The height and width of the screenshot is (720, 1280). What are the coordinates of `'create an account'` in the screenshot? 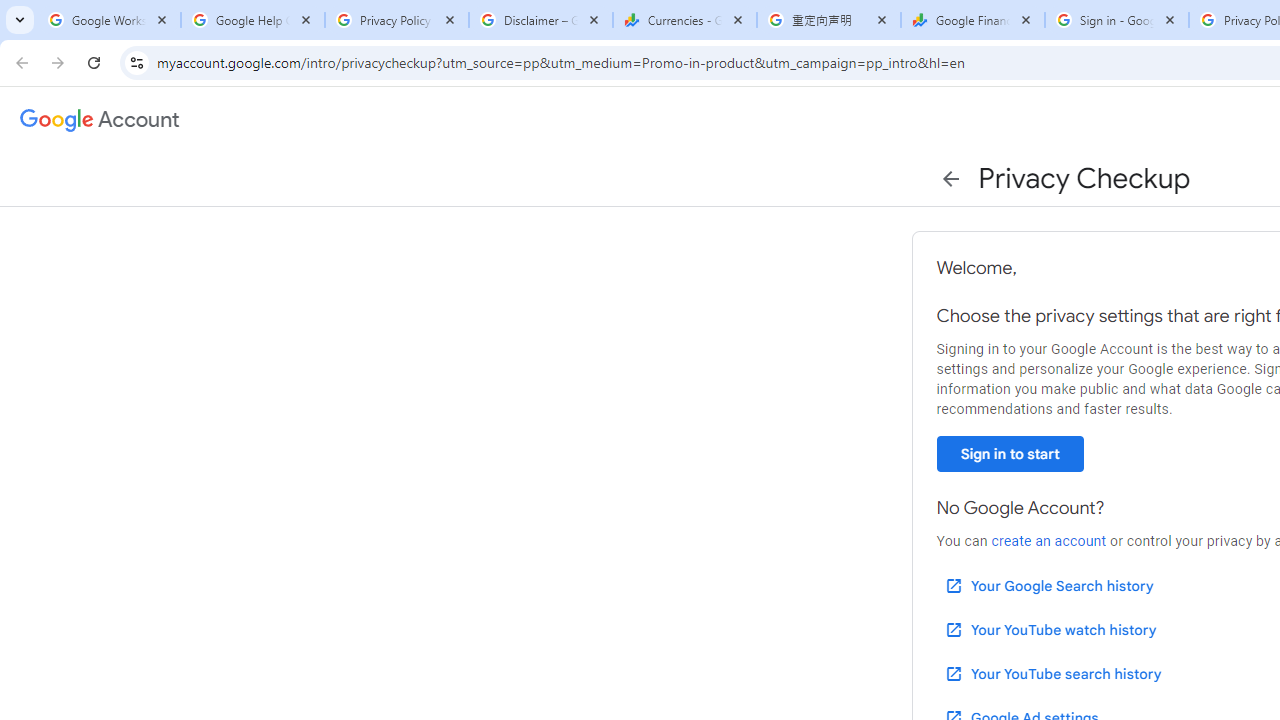 It's located at (1047, 541).